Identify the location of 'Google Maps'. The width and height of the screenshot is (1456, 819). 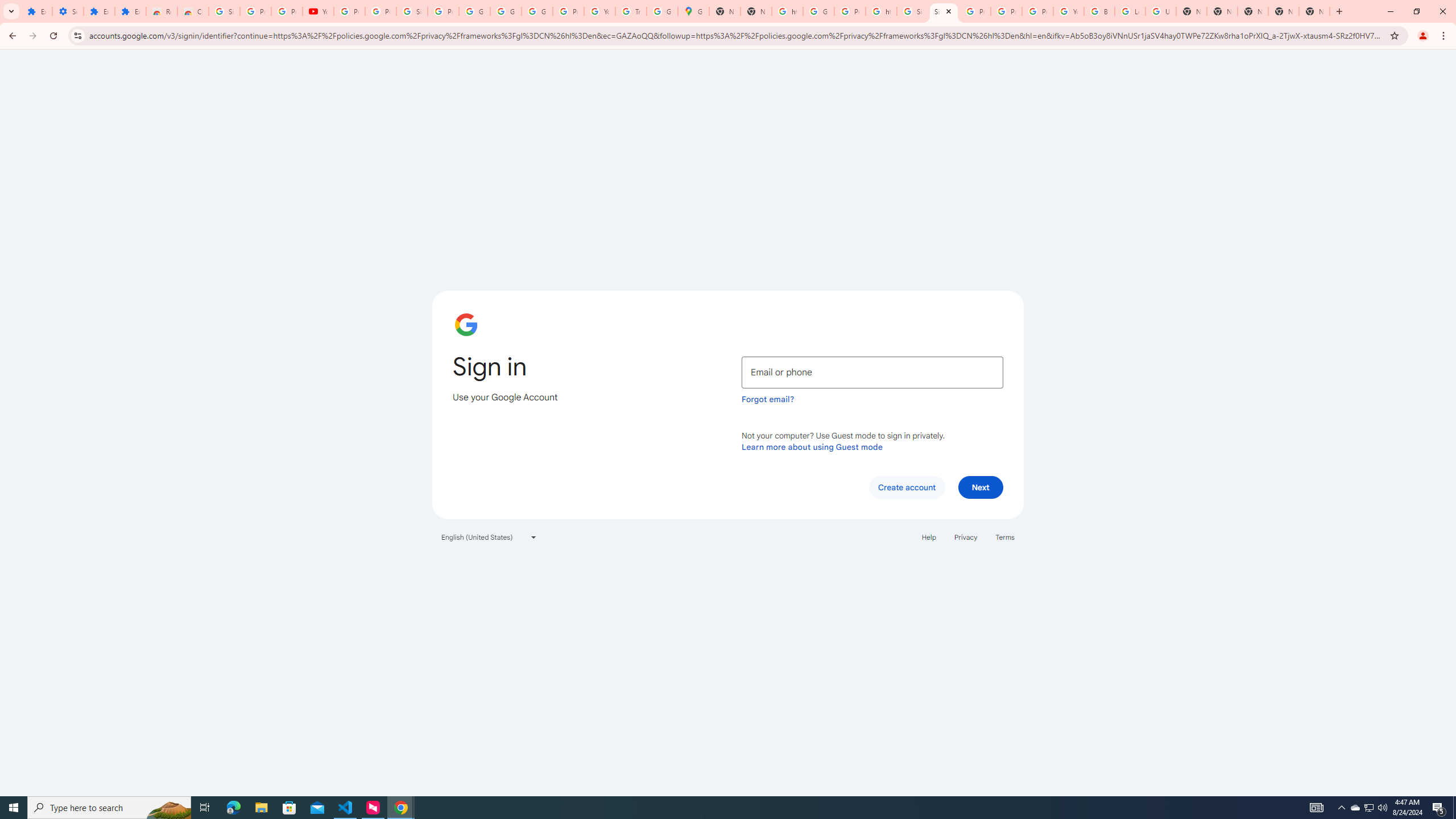
(693, 11).